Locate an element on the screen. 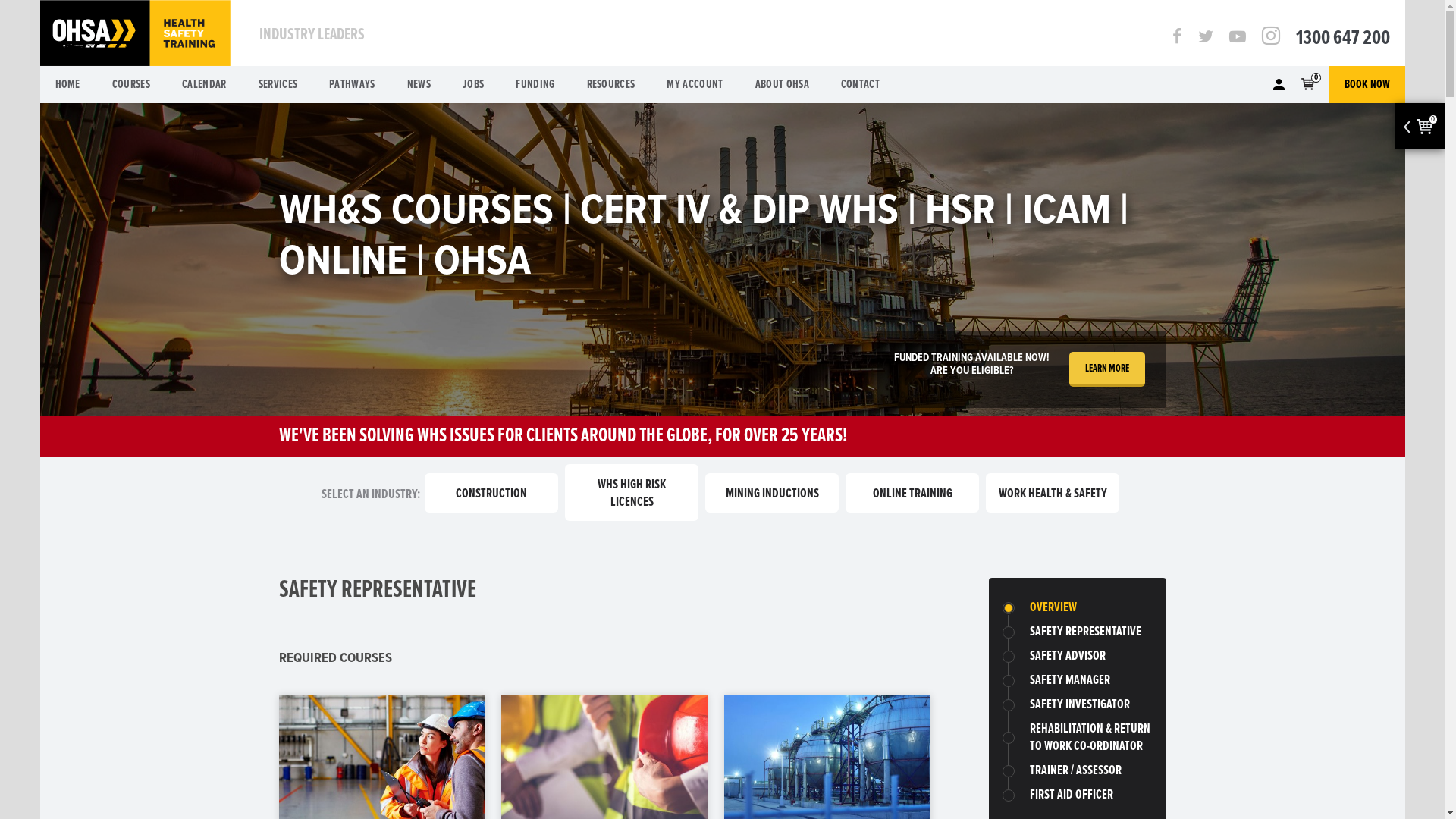 The height and width of the screenshot is (819, 1456). 'CALENDAR' is located at coordinates (203, 84).